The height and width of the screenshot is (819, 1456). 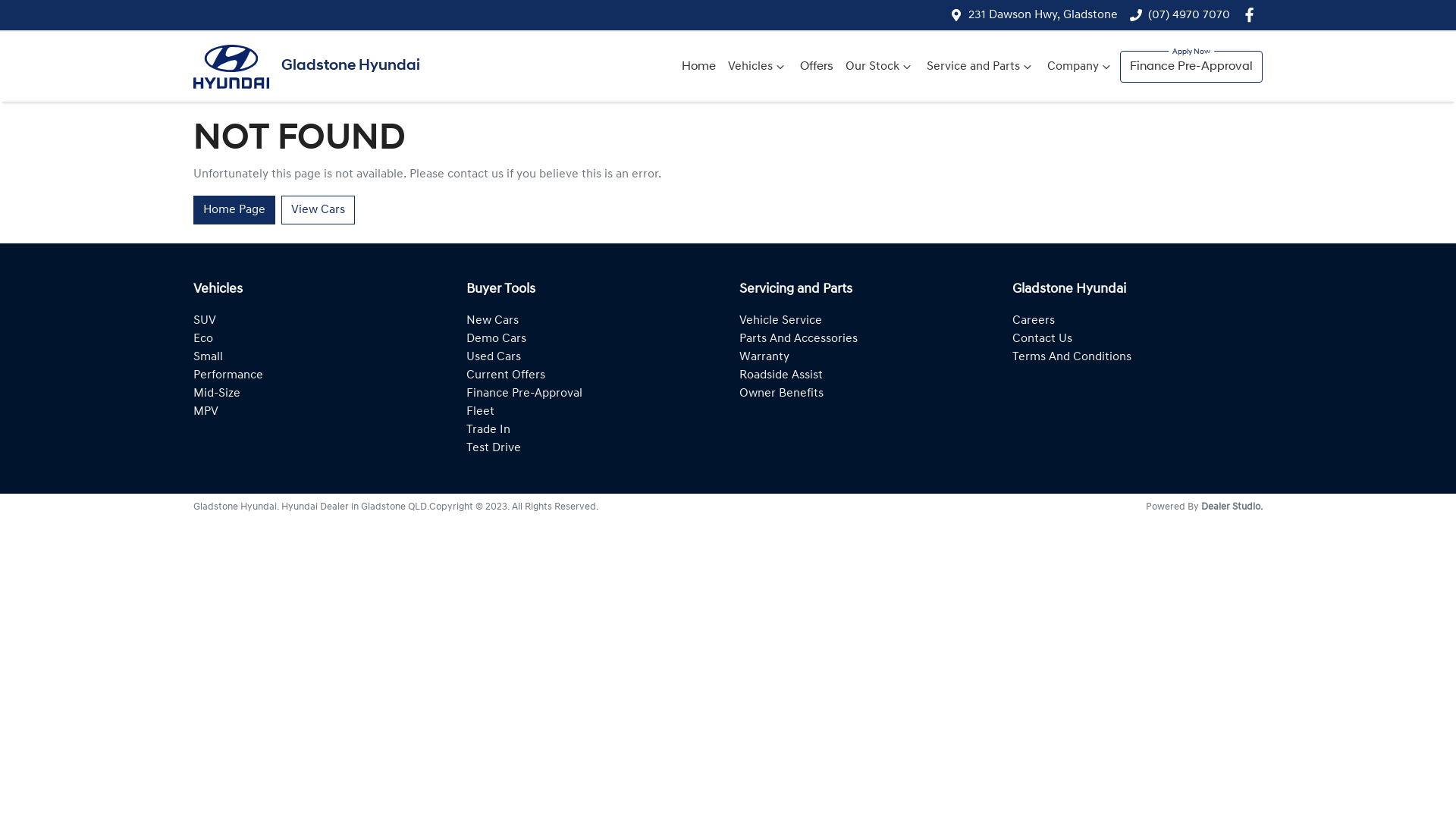 I want to click on 'Vehicle Service', so click(x=780, y=320).